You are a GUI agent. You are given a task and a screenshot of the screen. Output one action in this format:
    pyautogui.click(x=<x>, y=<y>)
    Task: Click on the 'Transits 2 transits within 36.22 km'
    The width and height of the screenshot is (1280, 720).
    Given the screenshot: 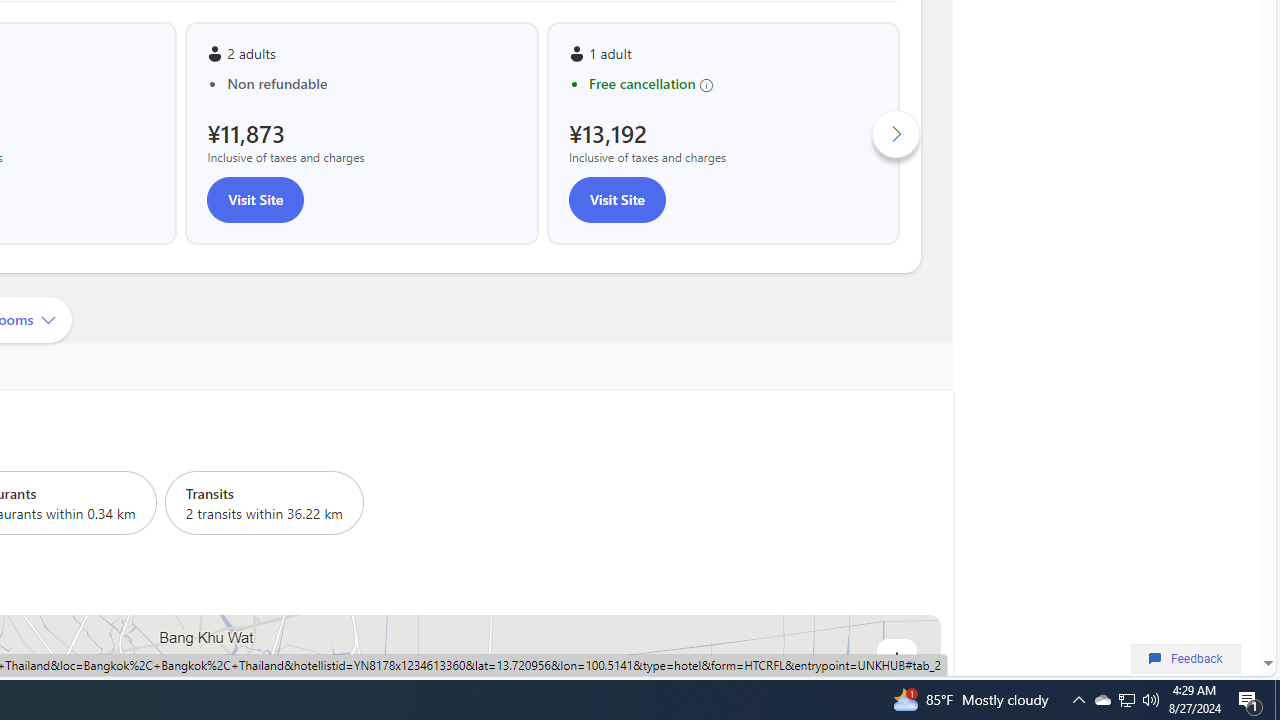 What is the action you would take?
    pyautogui.click(x=263, y=501)
    